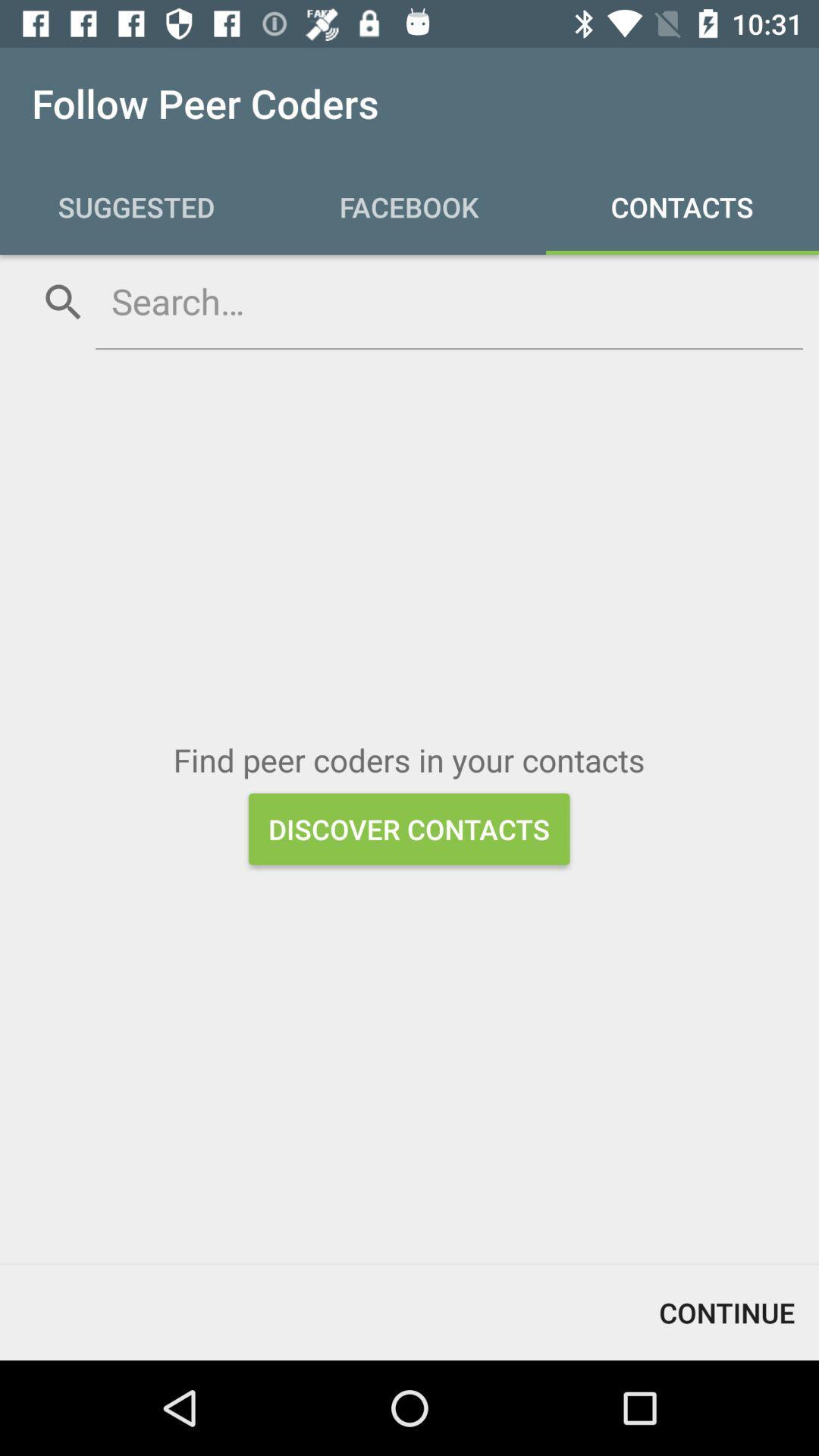 The height and width of the screenshot is (1456, 819). I want to click on search, so click(448, 301).